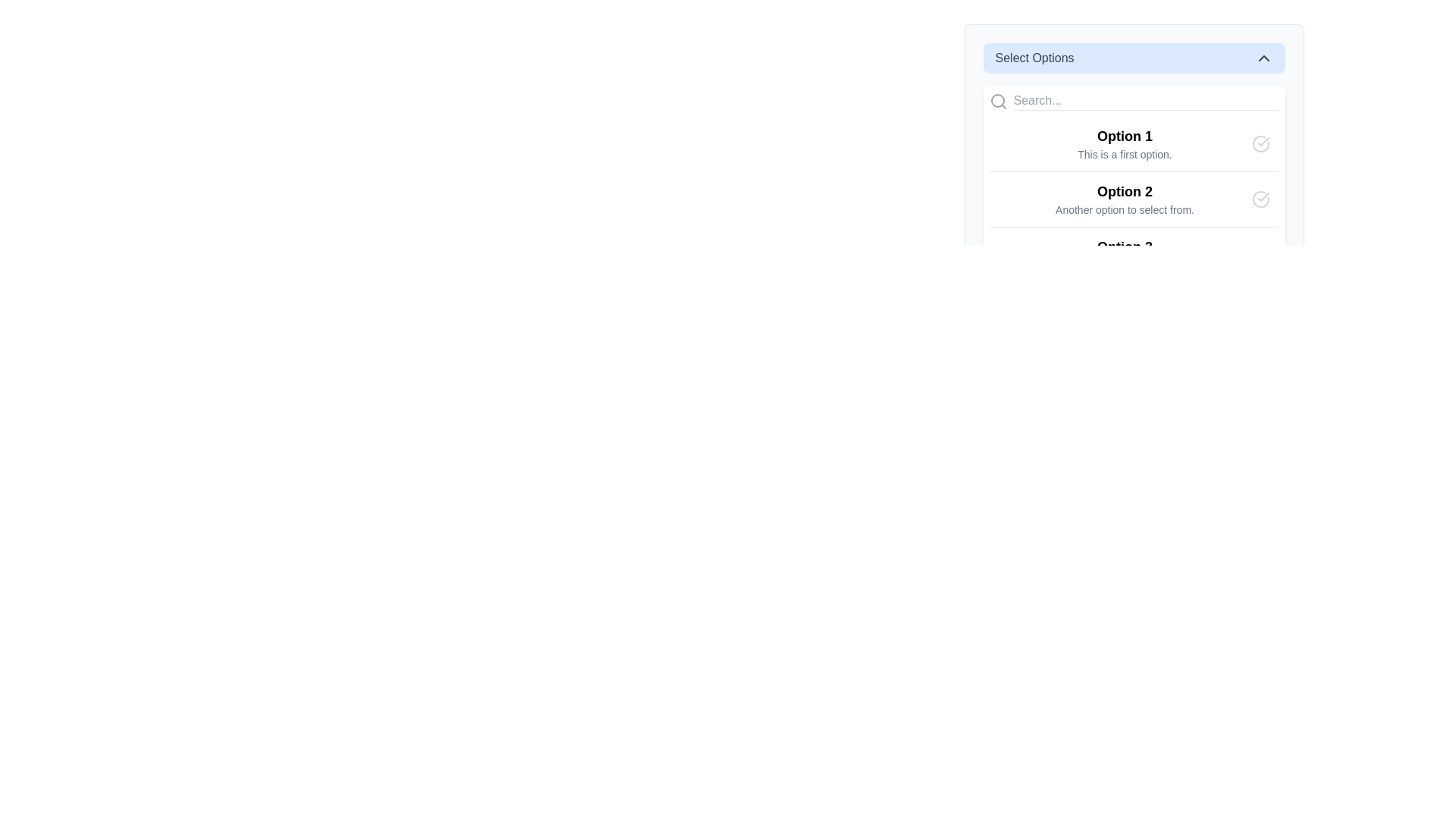 The height and width of the screenshot is (819, 1456). I want to click on the text label displaying 'Option 2', which is the second selectable option in the list beneath the header 'Select Options', so click(1125, 198).